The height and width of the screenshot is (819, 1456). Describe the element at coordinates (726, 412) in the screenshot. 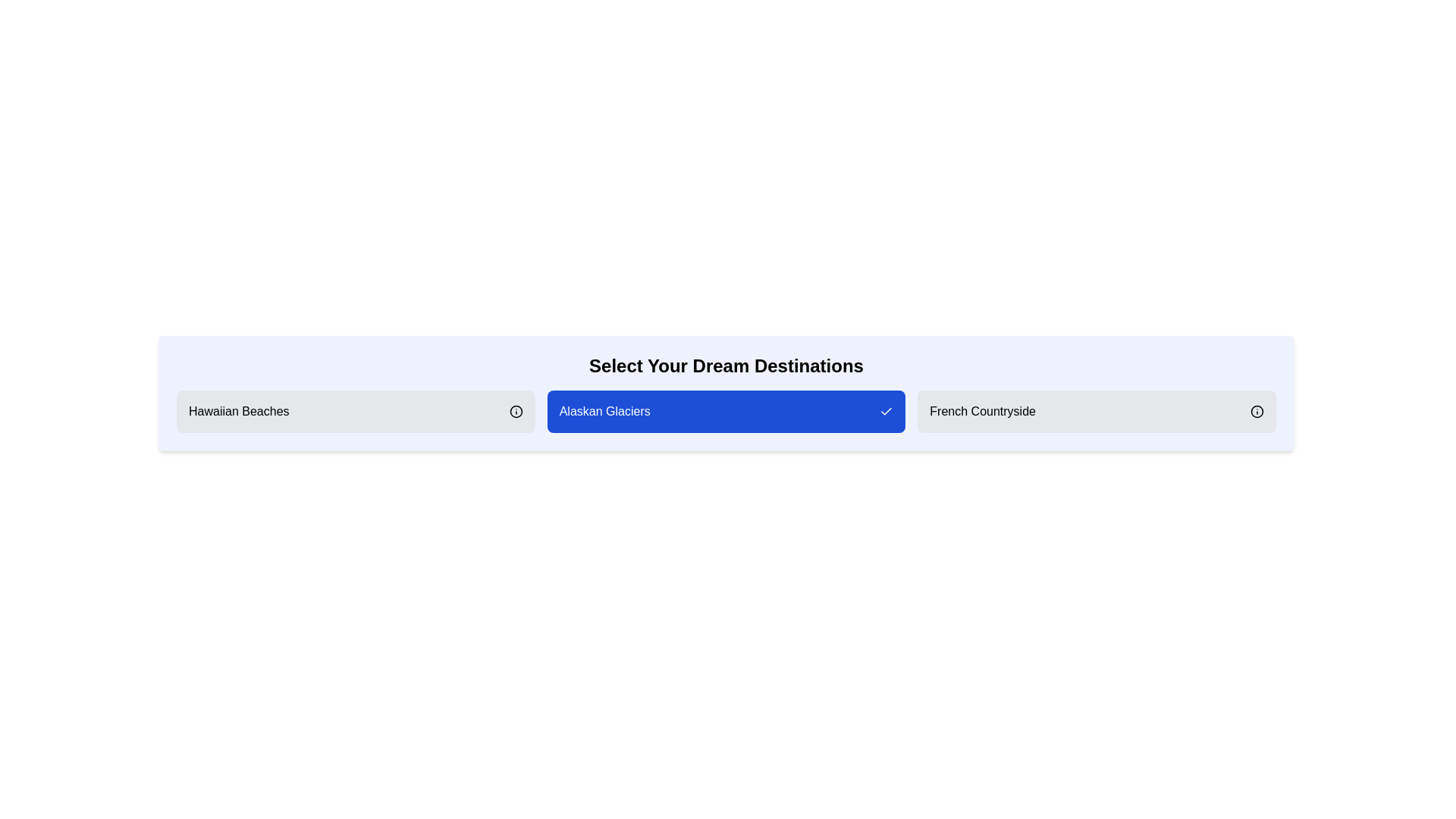

I see `the destination Alaskan Glaciers` at that location.